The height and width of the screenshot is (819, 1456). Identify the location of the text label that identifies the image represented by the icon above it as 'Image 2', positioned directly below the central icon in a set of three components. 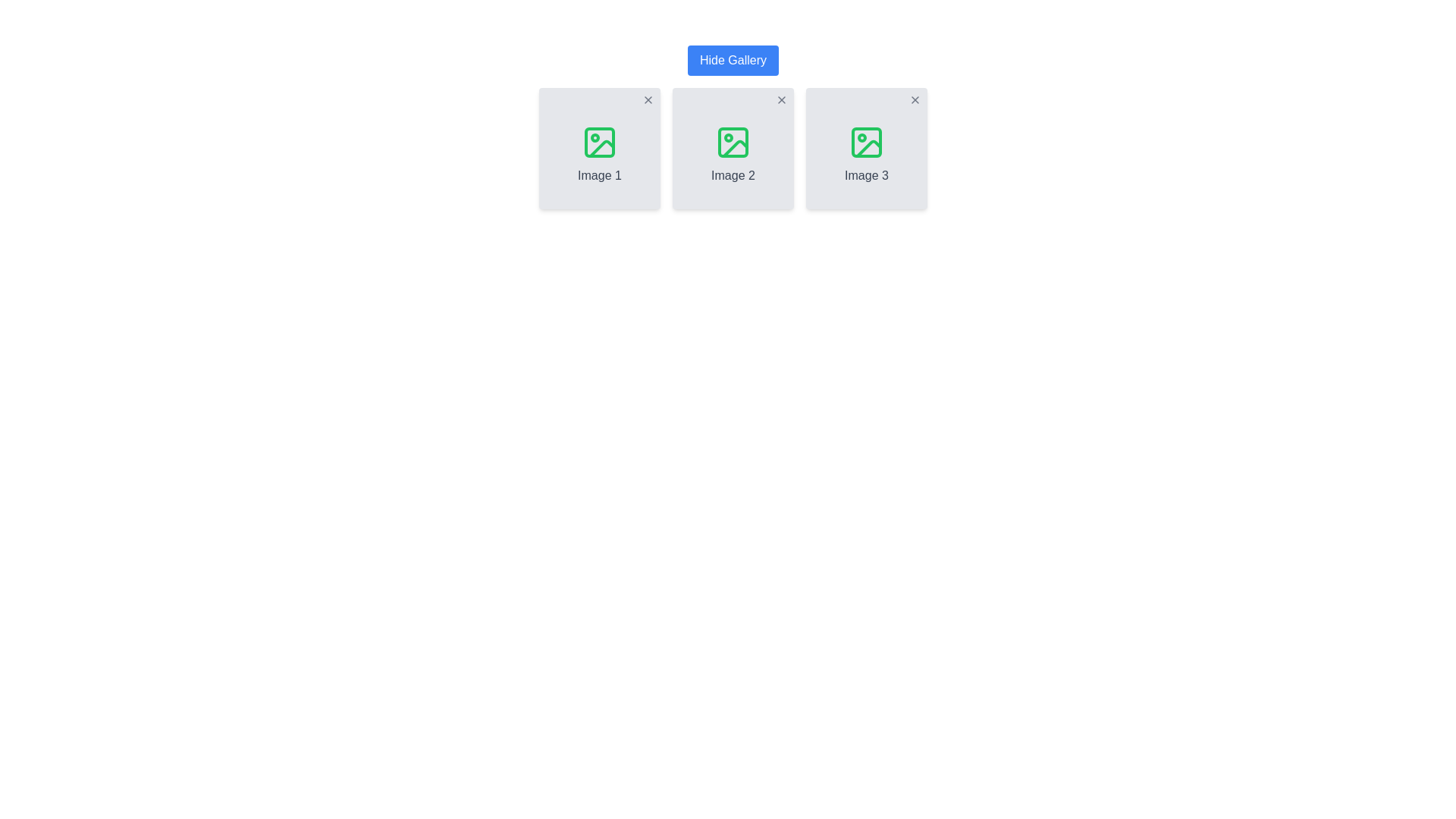
(733, 174).